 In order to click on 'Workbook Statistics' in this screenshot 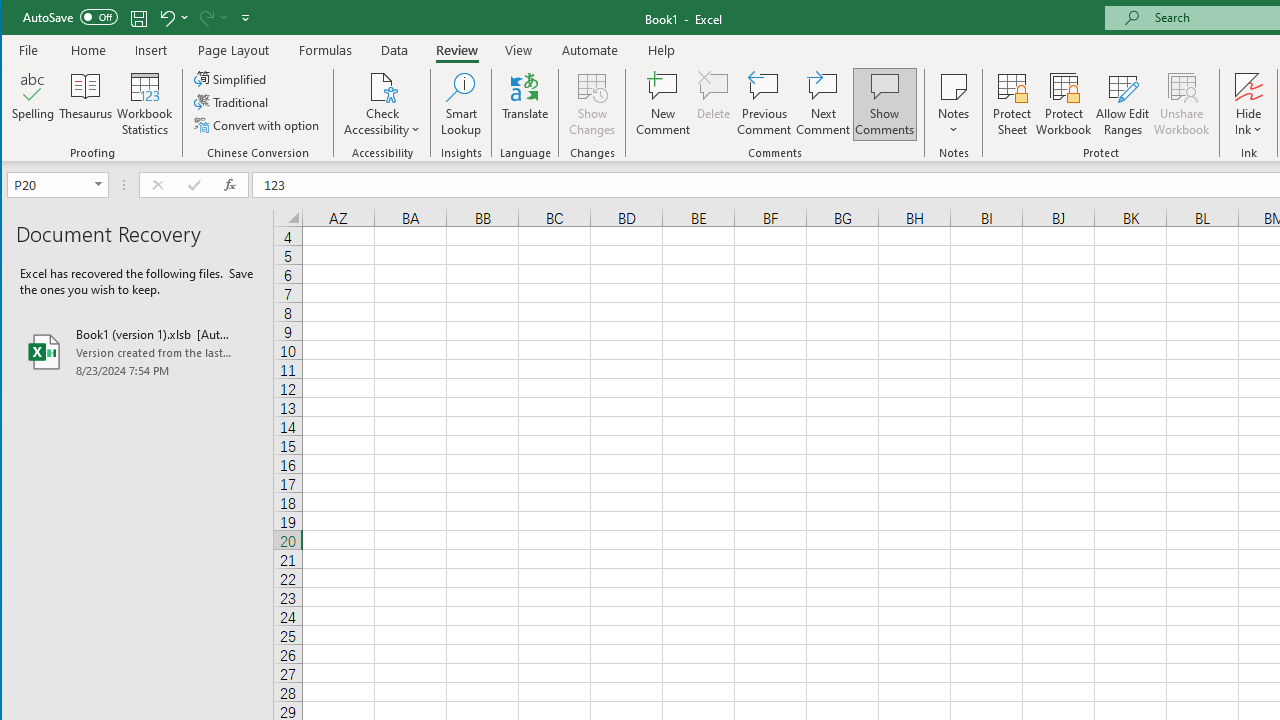, I will do `click(144, 104)`.